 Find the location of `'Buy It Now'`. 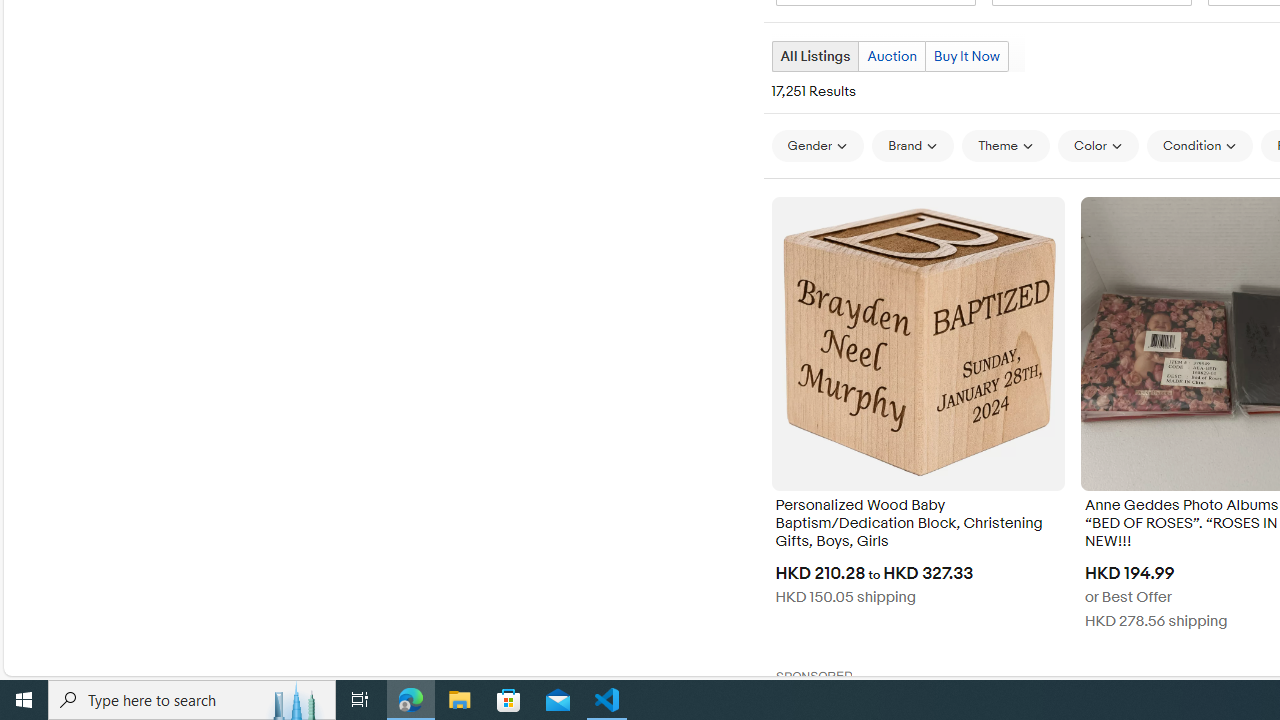

'Buy It Now' is located at coordinates (966, 55).